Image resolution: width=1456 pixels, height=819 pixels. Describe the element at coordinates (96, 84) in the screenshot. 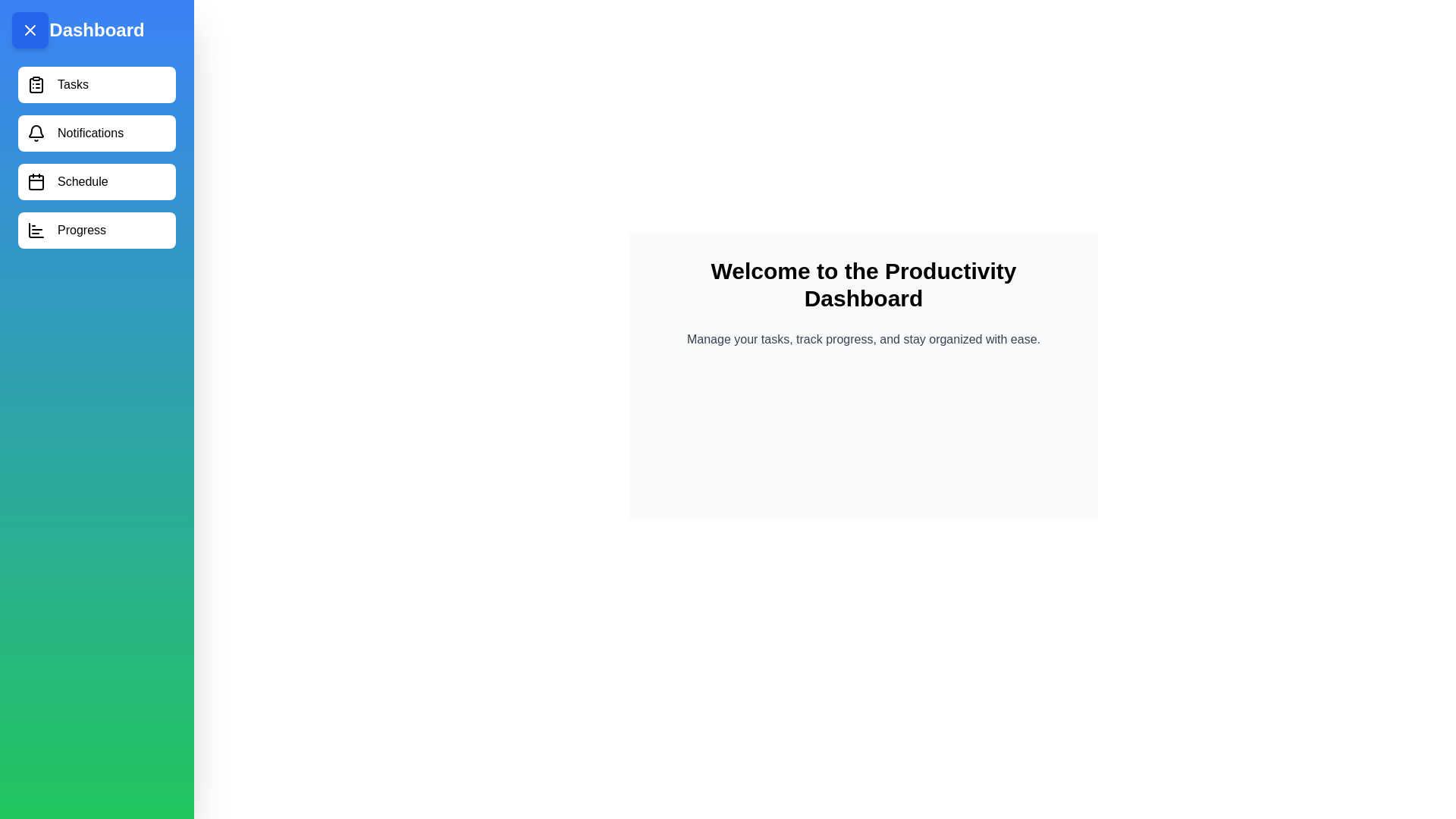

I see `the menu item Tasks from the drawer` at that location.